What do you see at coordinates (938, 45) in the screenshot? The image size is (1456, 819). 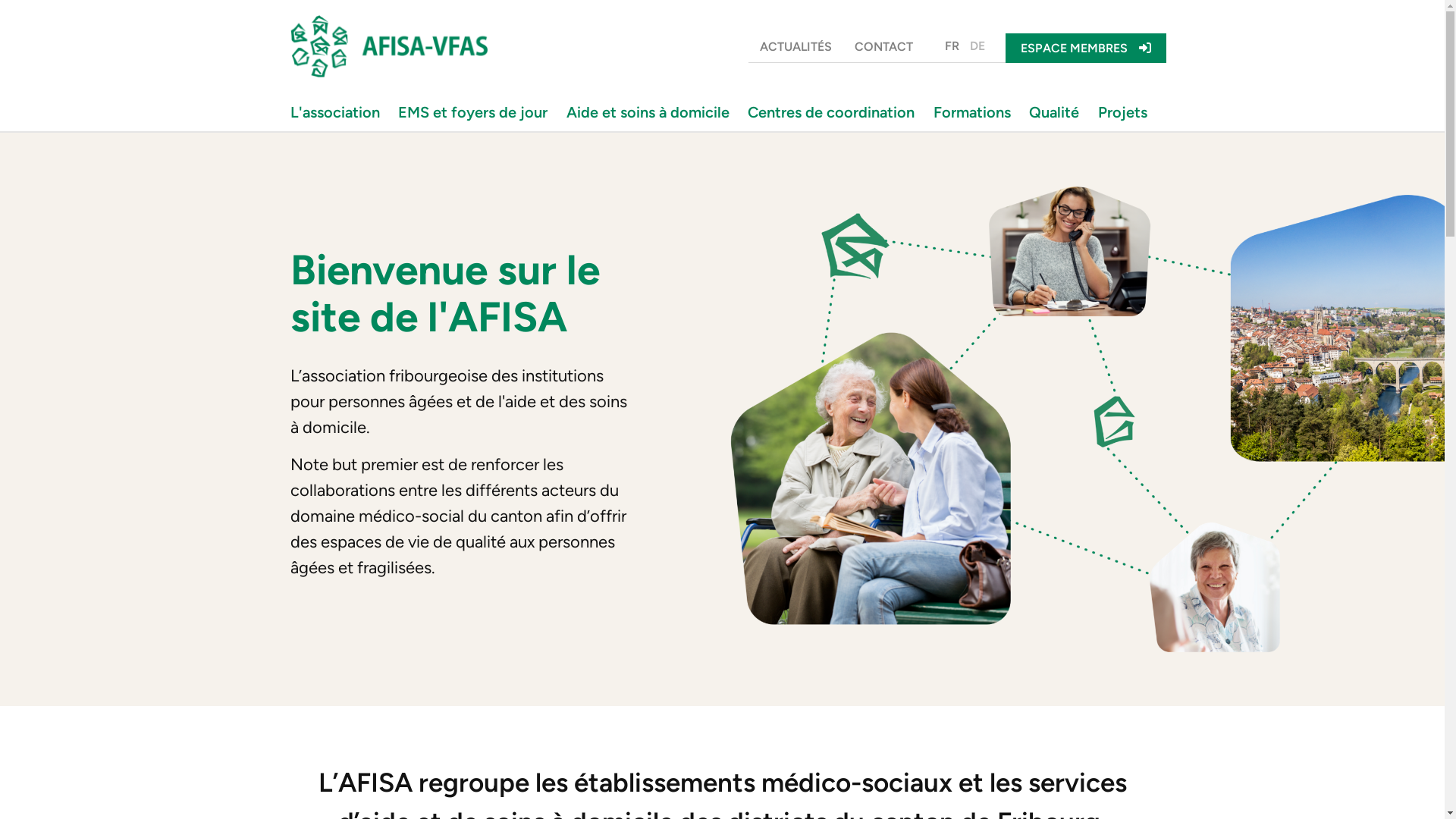 I see `'FR'` at bounding box center [938, 45].